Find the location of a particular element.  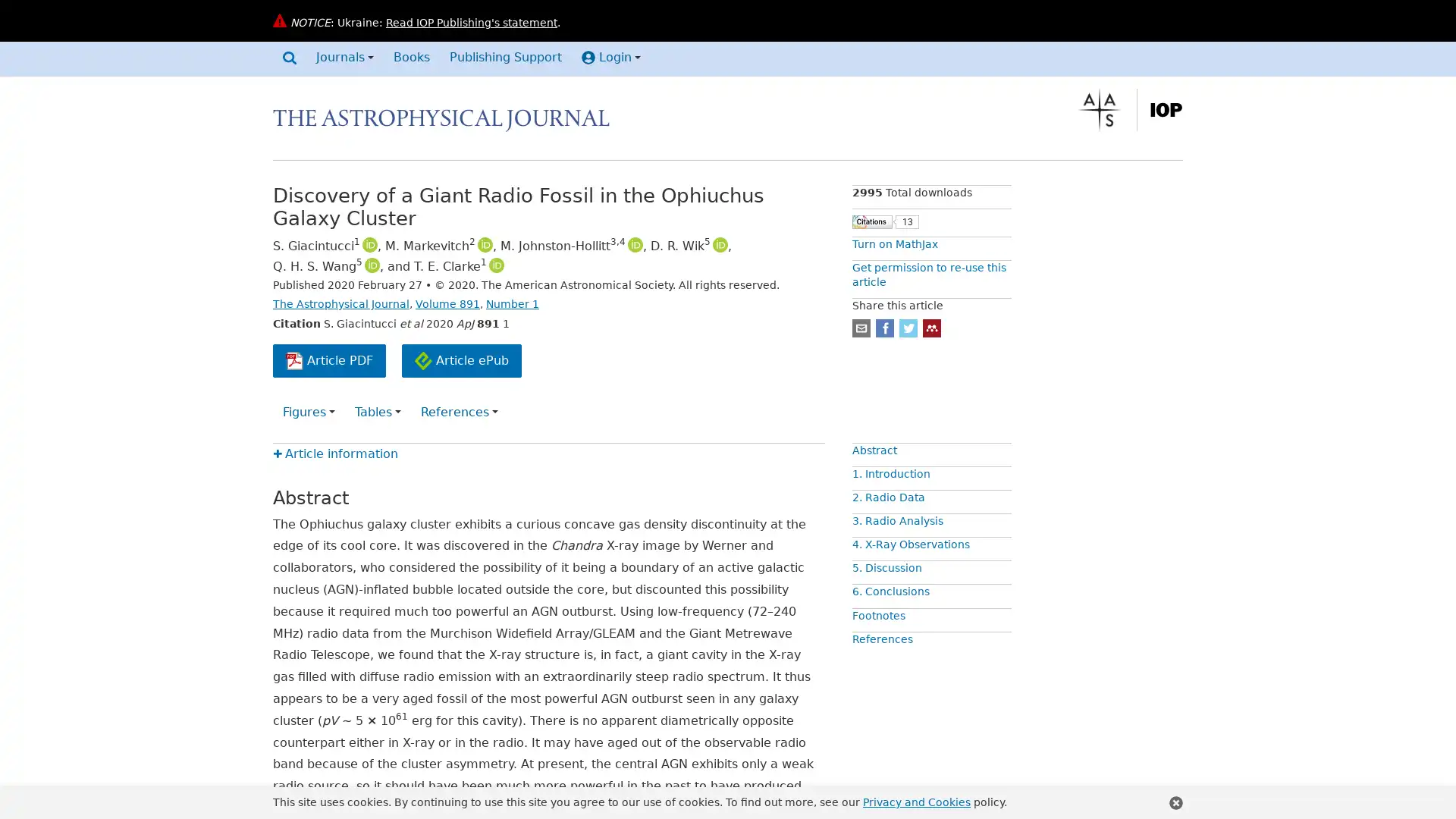

The American Astronomical Society, find out more is located at coordinates (1099, 111).